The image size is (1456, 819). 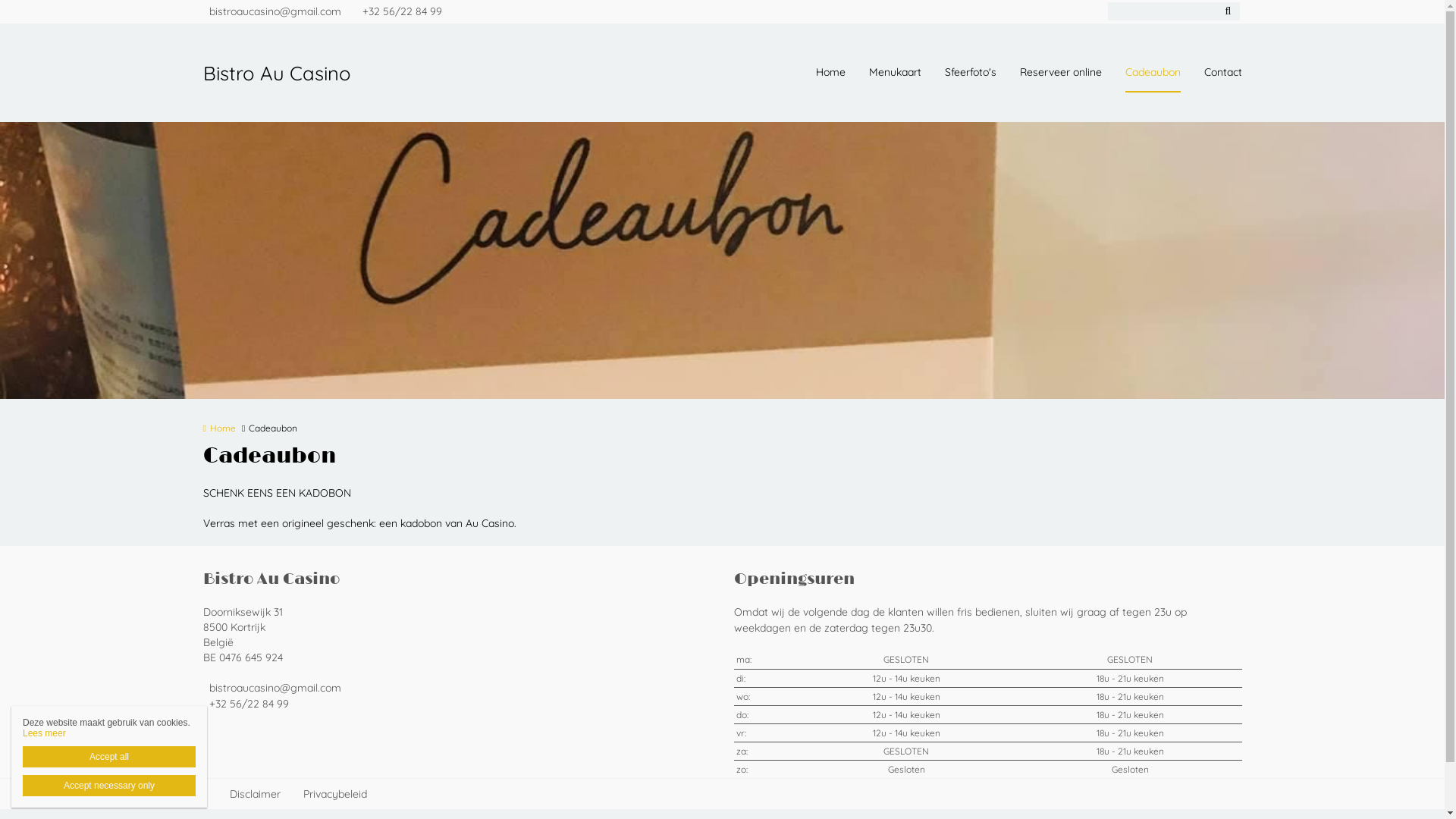 What do you see at coordinates (895, 73) in the screenshot?
I see `'Menukaart'` at bounding box center [895, 73].